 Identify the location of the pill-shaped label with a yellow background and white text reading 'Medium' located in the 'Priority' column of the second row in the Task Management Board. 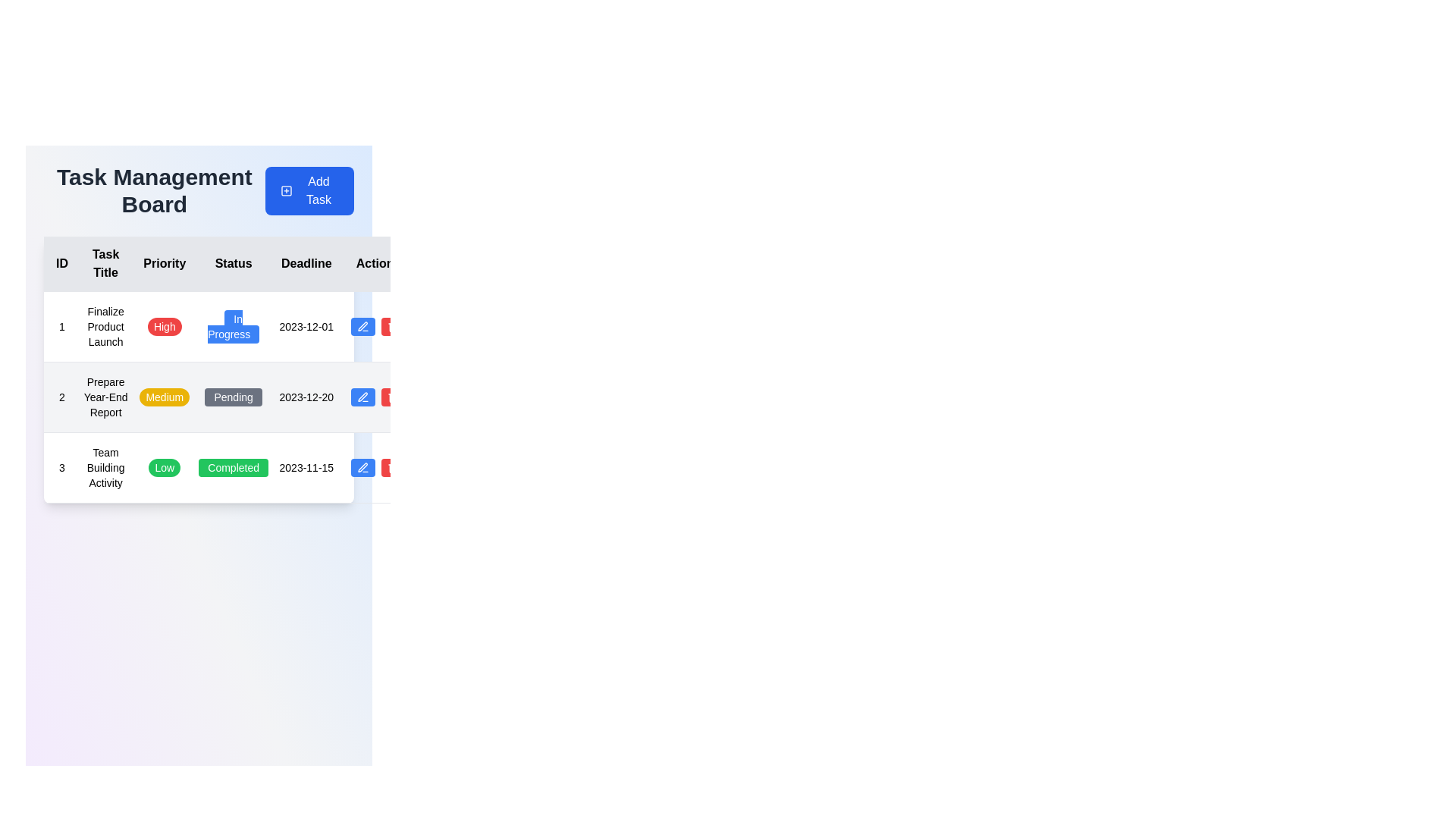
(165, 397).